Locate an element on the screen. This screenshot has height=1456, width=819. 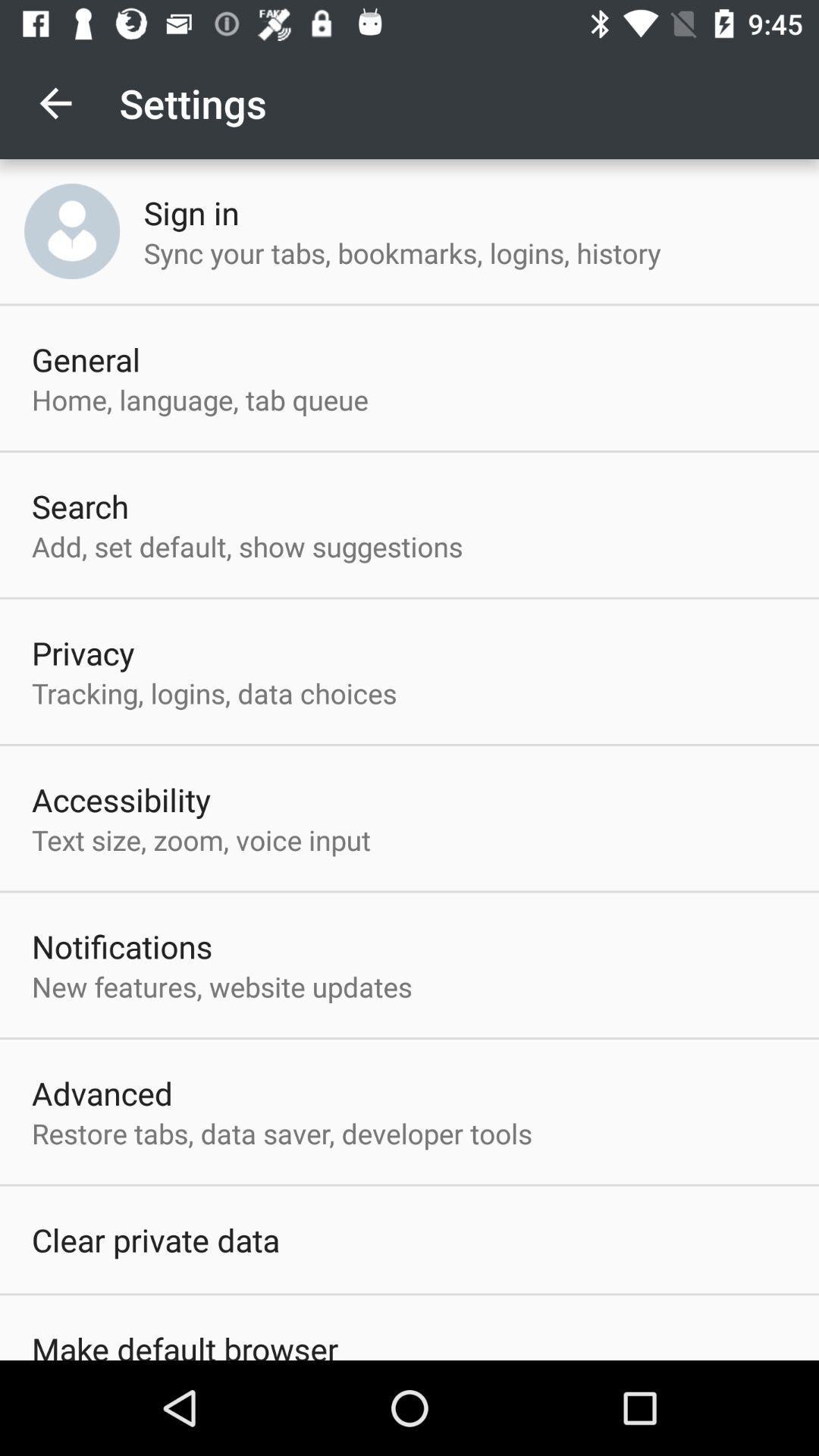
icon below the accessibility item is located at coordinates (200, 839).